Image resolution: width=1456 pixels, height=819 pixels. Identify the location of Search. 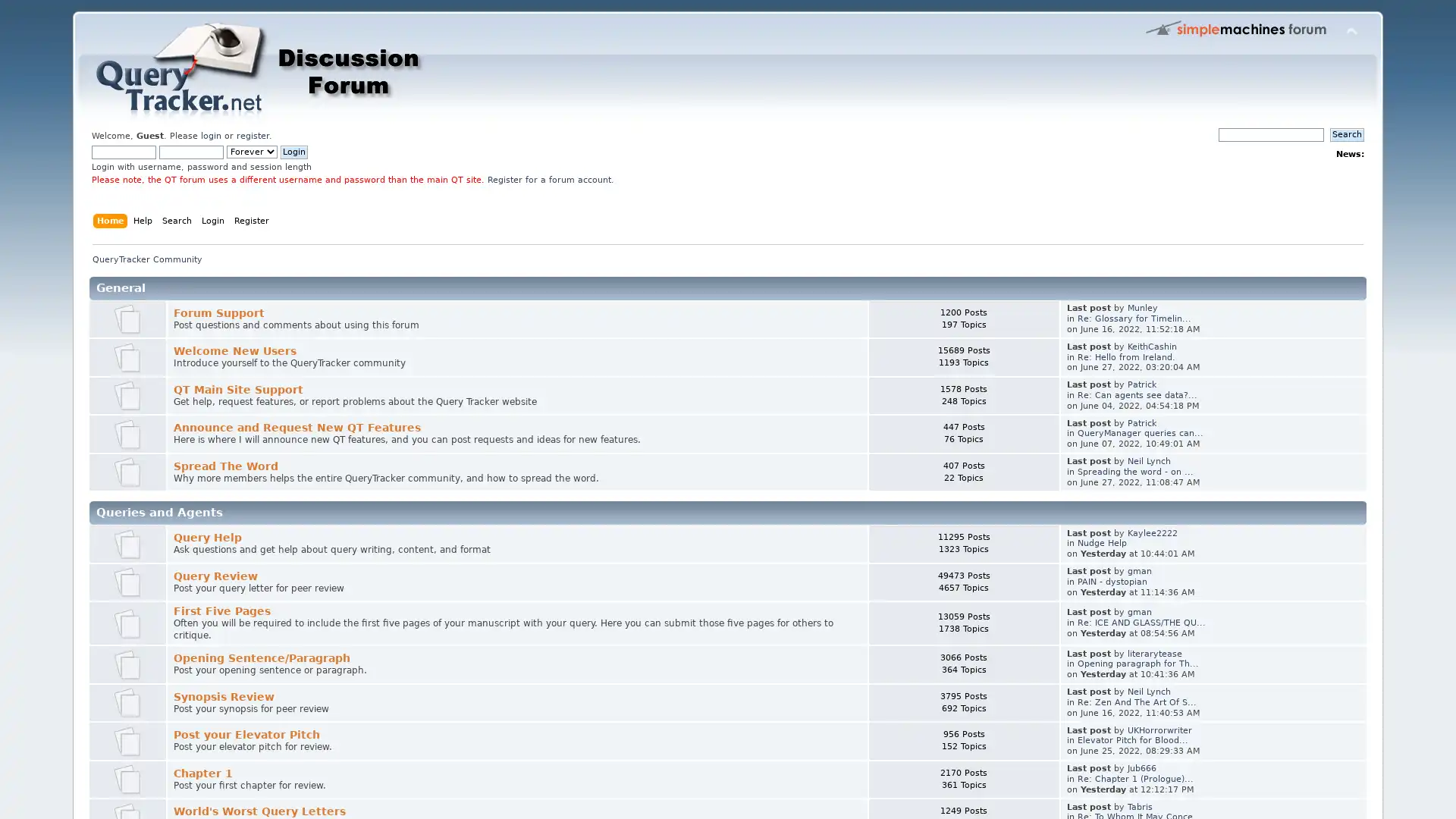
(1347, 133).